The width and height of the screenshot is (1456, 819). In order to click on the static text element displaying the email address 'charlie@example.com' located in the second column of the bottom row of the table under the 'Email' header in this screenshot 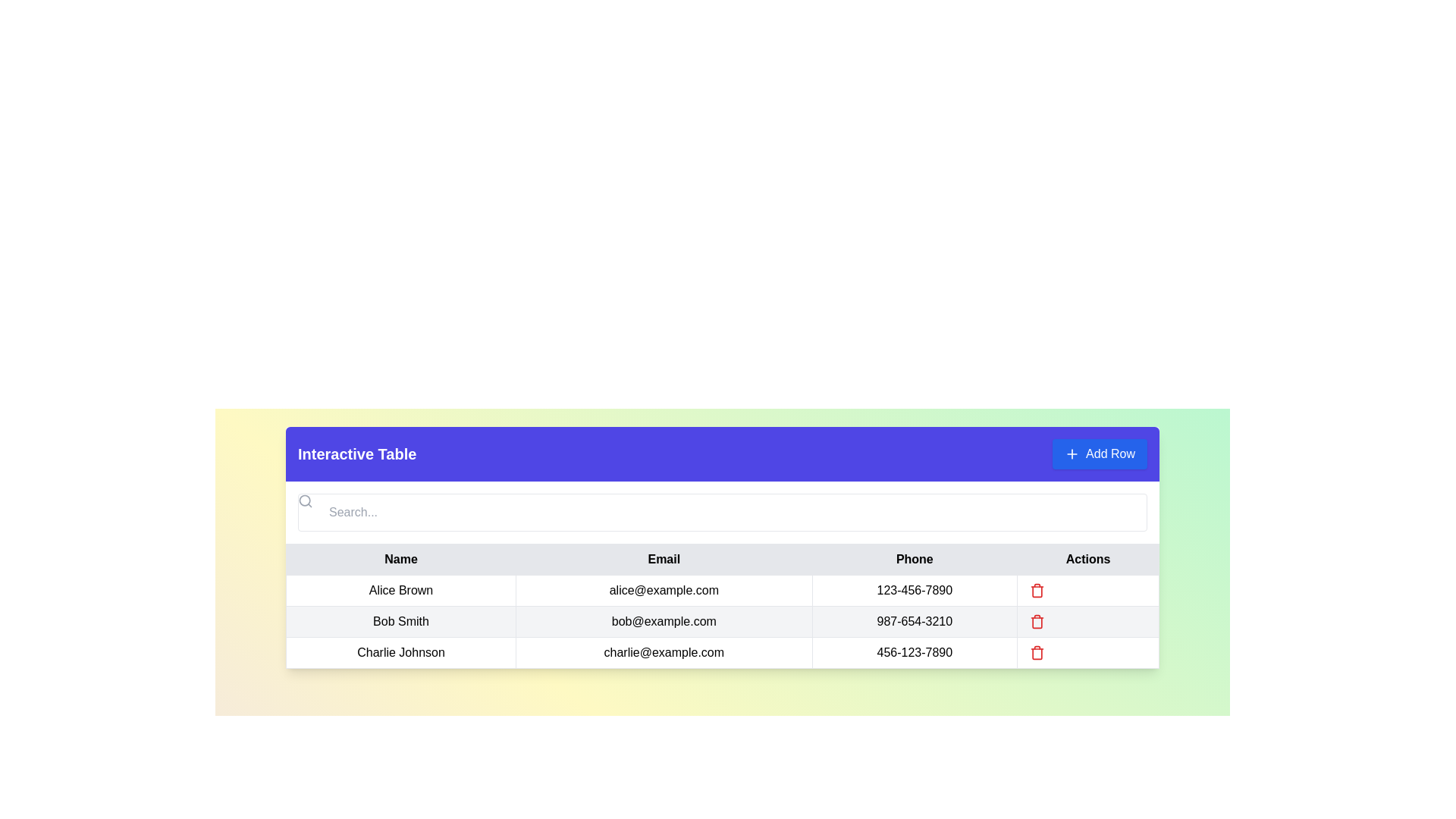, I will do `click(664, 651)`.